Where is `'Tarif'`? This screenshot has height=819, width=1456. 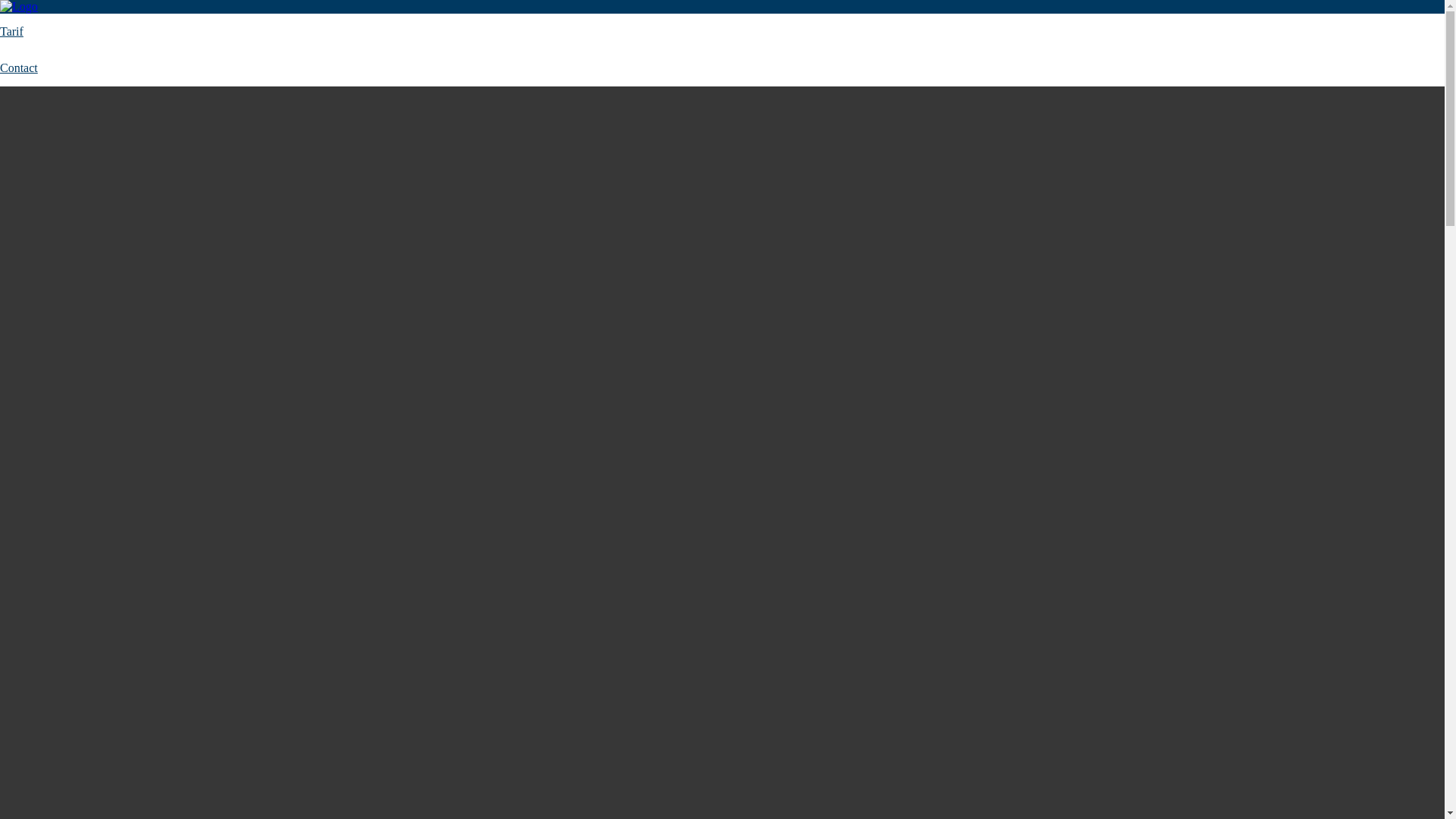 'Tarif' is located at coordinates (11, 31).